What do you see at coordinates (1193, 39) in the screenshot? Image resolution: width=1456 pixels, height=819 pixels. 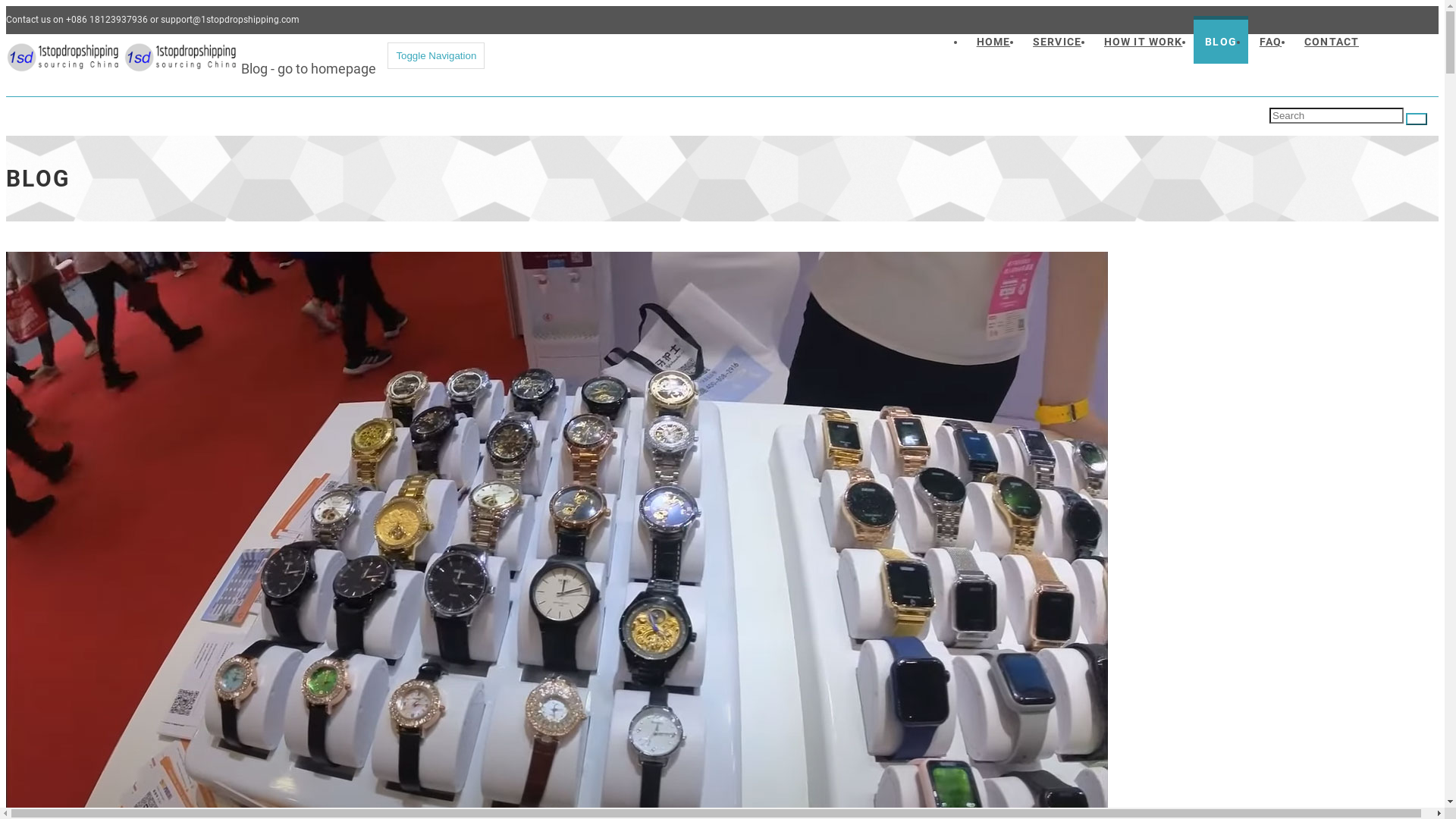 I see `'BLOG'` at bounding box center [1193, 39].